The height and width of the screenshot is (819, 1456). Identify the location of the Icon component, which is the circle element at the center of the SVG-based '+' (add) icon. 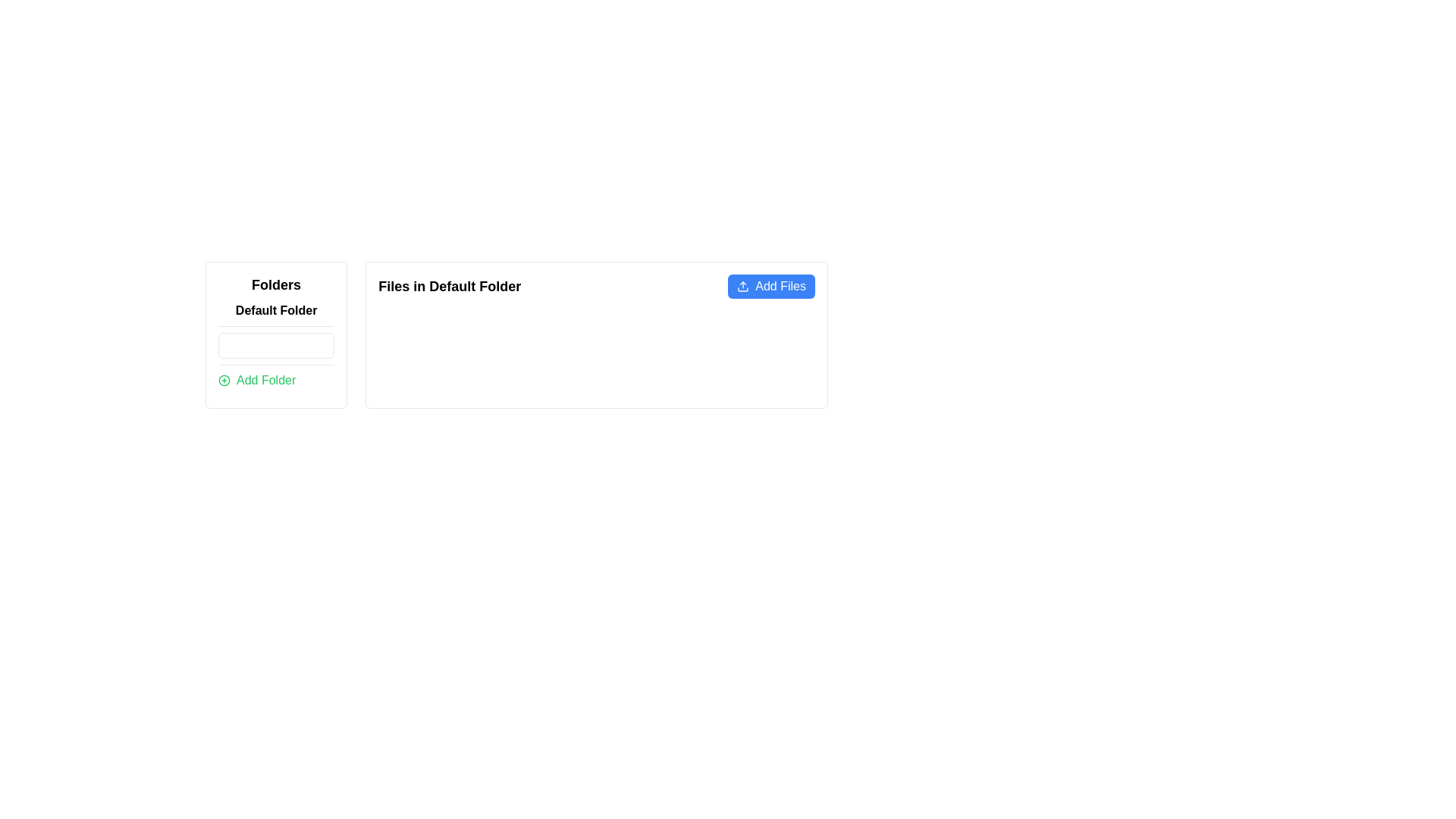
(224, 379).